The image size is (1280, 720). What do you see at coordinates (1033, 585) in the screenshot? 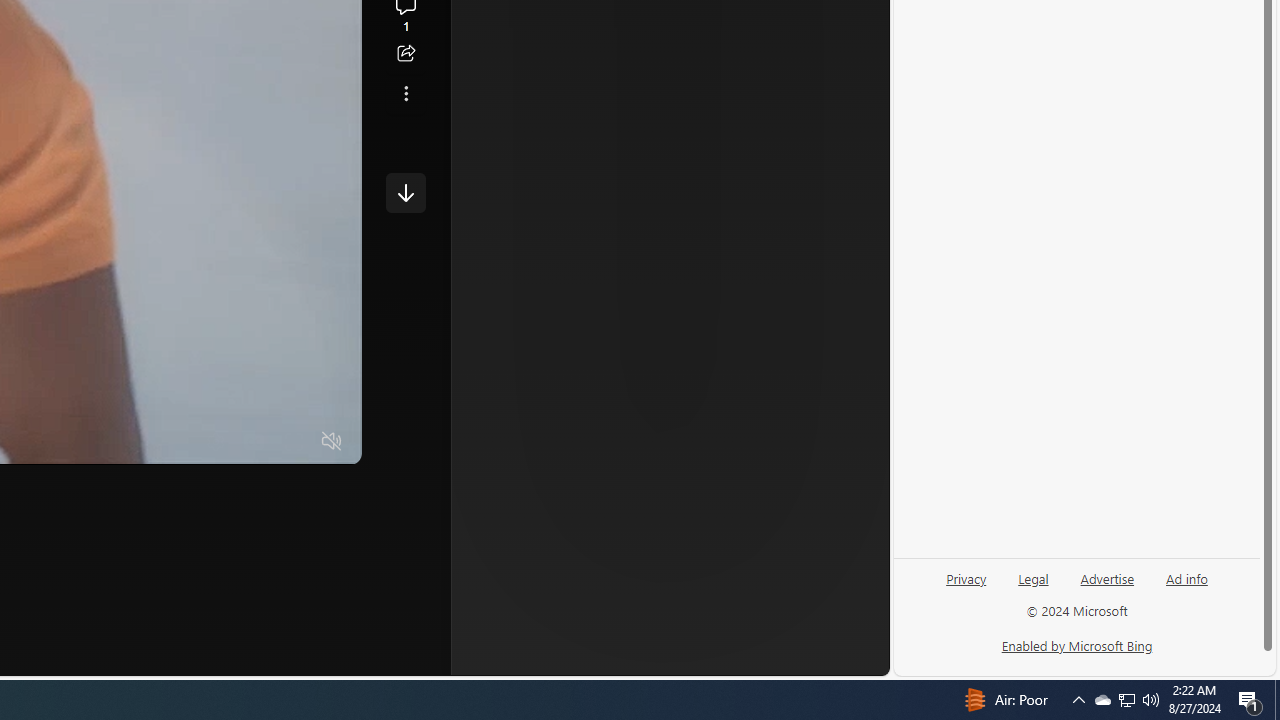
I see `'Legal'` at bounding box center [1033, 585].